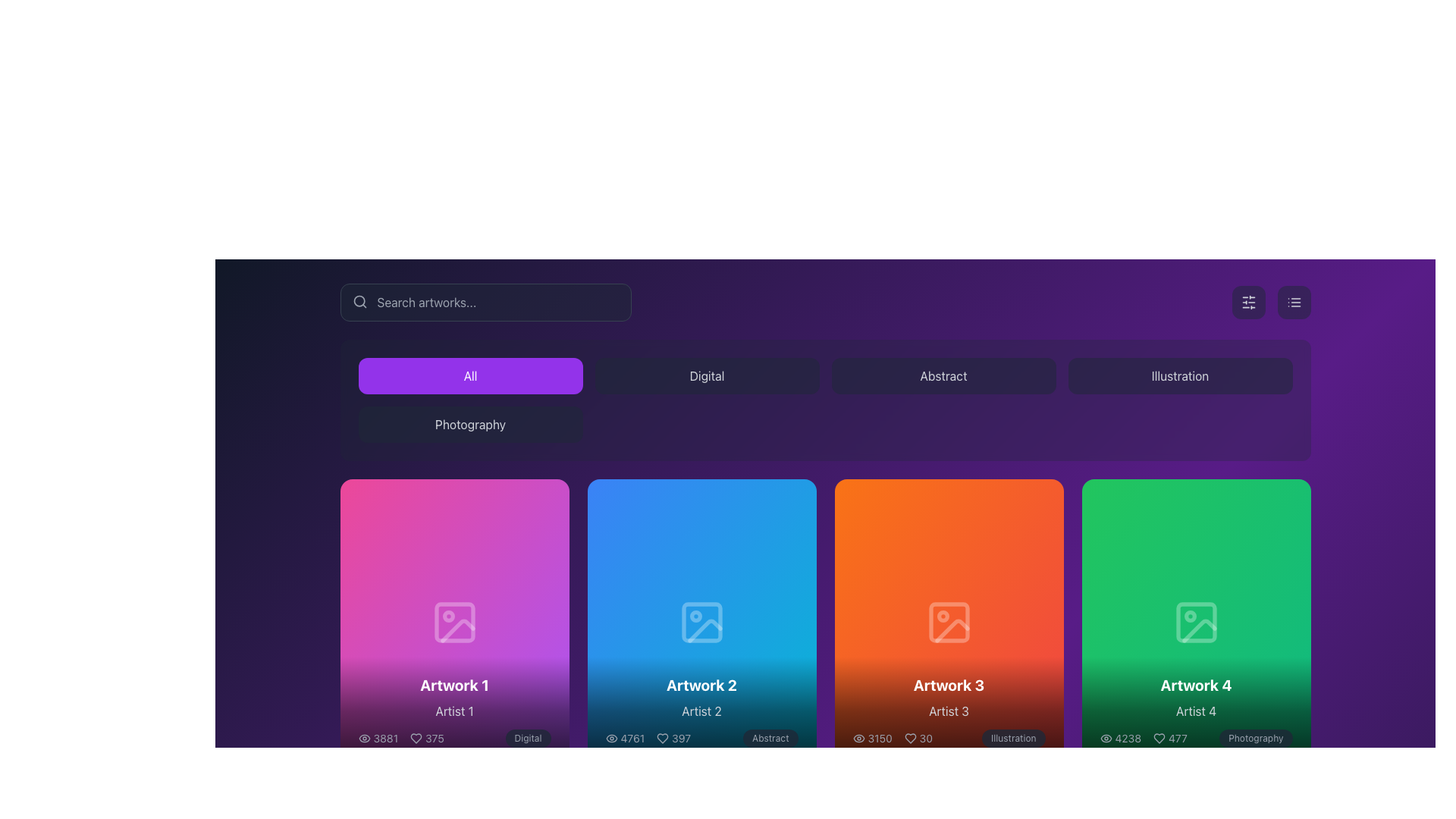 Image resolution: width=1456 pixels, height=819 pixels. What do you see at coordinates (1195, 711) in the screenshot?
I see `text label displaying 'Artist 4', which is centrally aligned beneath 'Artwork 4' in a green card layout` at bounding box center [1195, 711].